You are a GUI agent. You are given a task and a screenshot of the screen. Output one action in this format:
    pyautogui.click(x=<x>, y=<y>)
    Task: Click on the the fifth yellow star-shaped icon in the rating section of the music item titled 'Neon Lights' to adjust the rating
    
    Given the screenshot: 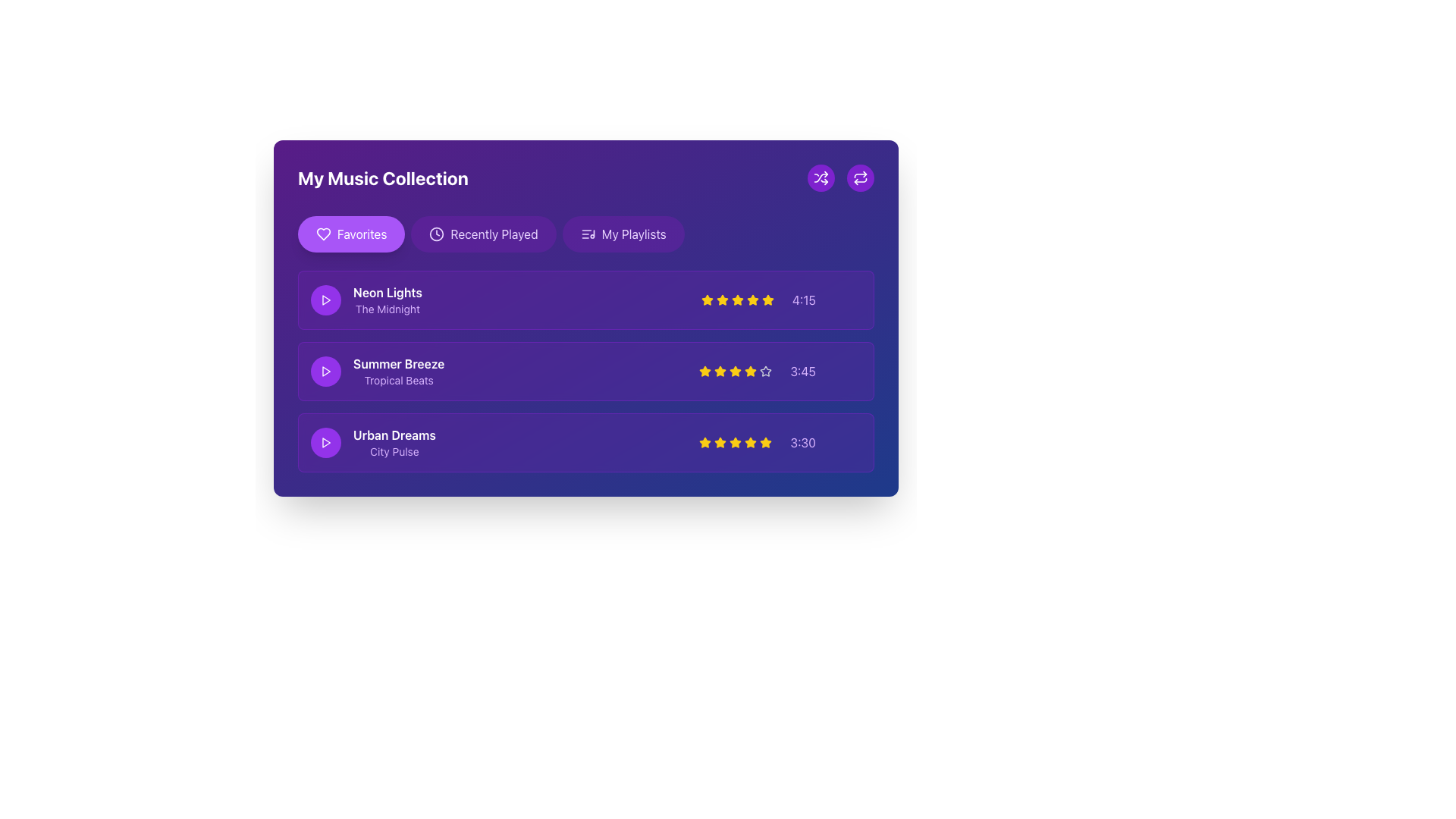 What is the action you would take?
    pyautogui.click(x=737, y=300)
    